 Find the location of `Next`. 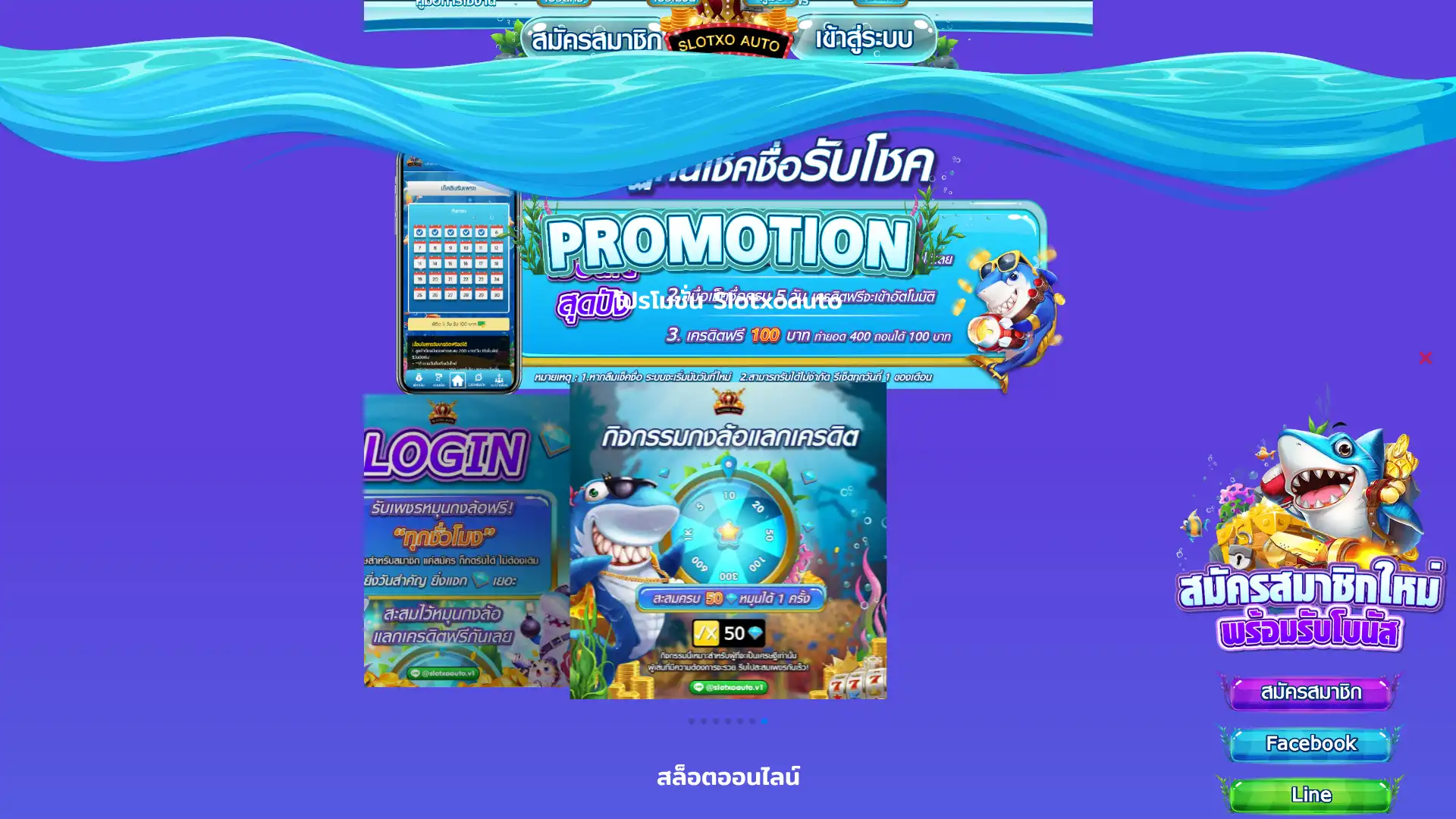

Next is located at coordinates (1037, 262).